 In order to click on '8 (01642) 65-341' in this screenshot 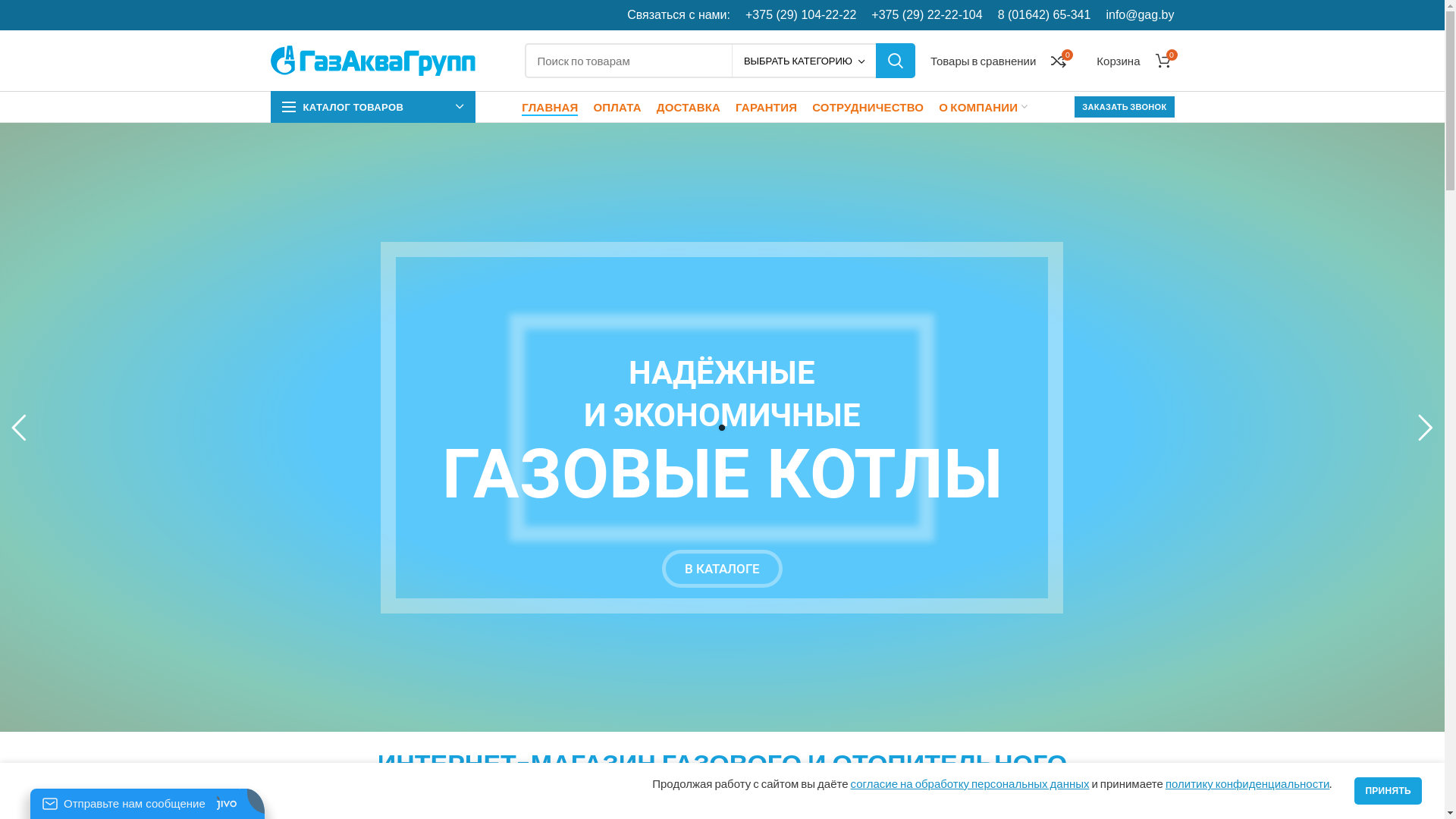, I will do `click(1043, 14)`.